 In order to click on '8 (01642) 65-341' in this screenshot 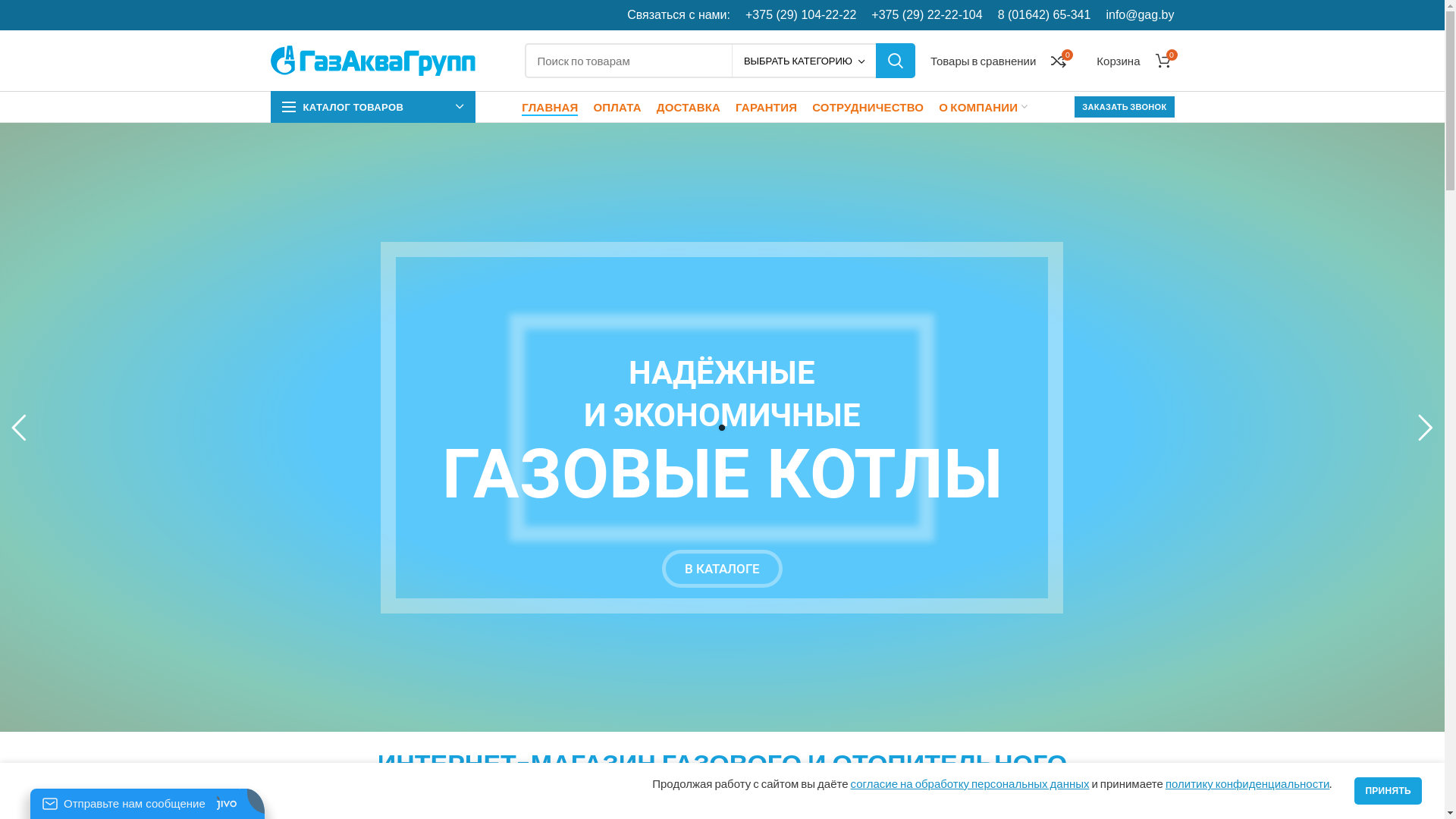, I will do `click(1043, 14)`.